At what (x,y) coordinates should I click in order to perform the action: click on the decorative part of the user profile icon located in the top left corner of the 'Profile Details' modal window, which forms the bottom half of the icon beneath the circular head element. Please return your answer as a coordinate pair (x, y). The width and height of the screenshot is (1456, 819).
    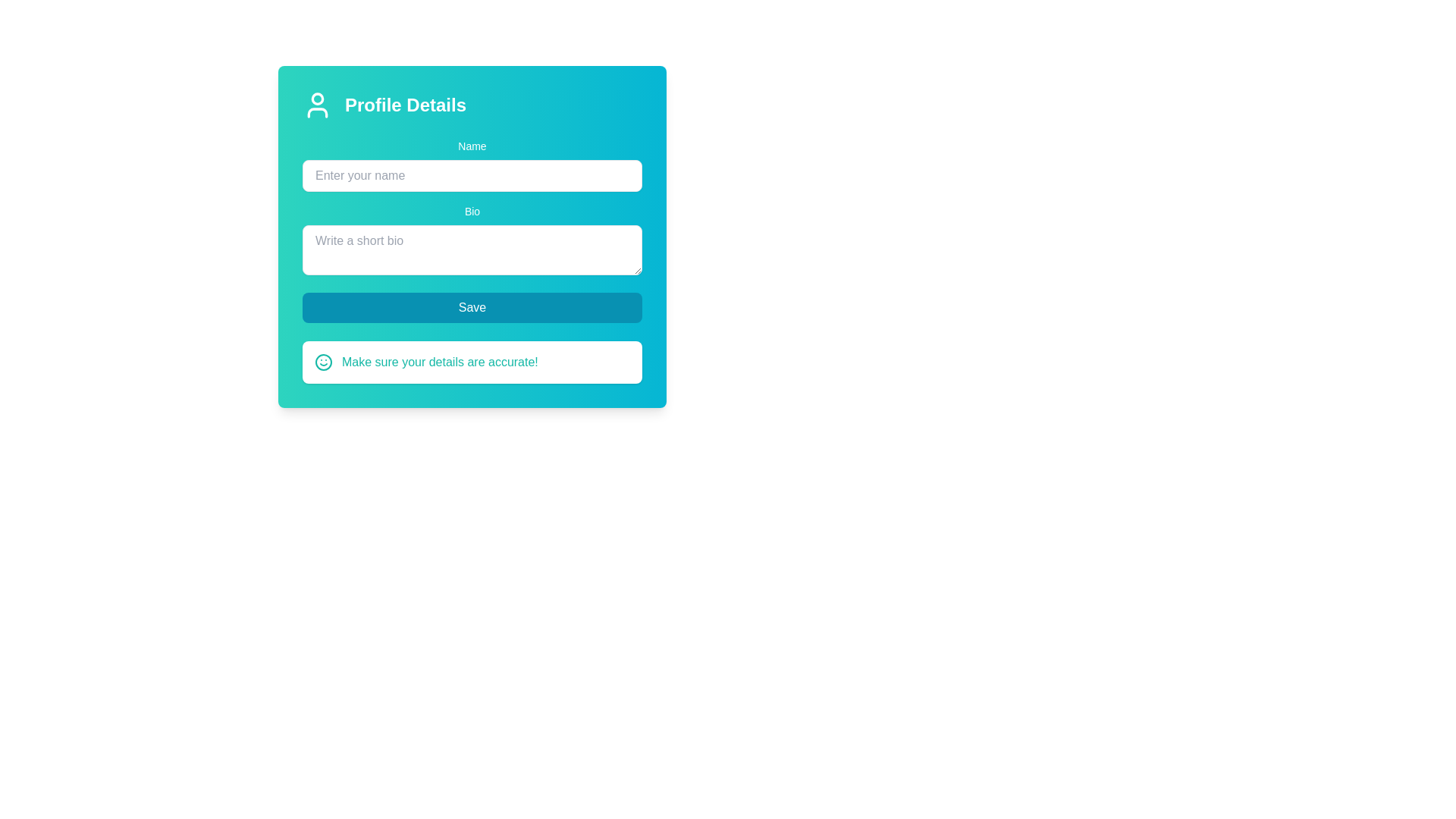
    Looking at the image, I should click on (316, 112).